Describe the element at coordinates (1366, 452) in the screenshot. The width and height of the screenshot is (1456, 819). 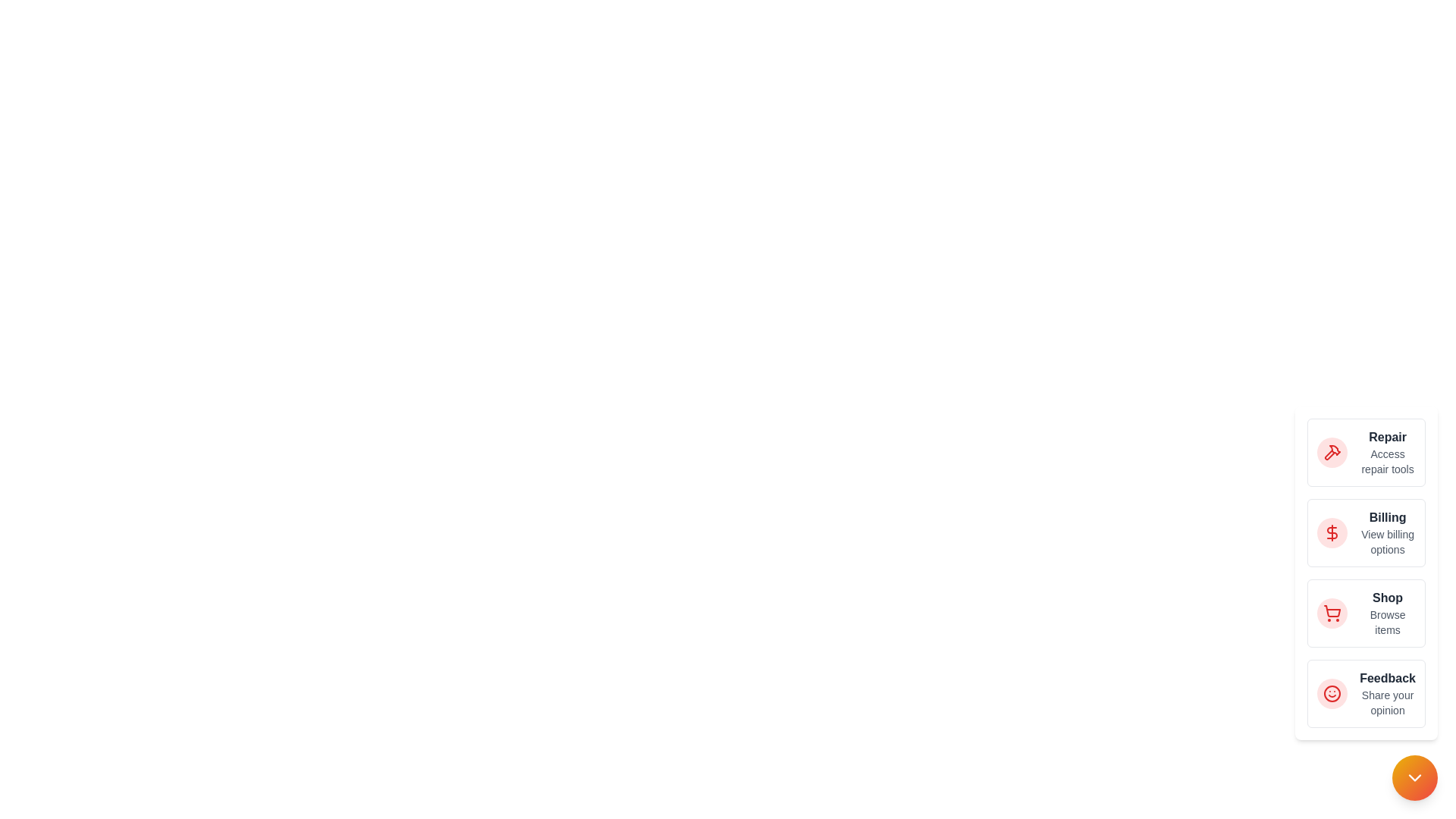
I see `the action 'Repair' from the list` at that location.